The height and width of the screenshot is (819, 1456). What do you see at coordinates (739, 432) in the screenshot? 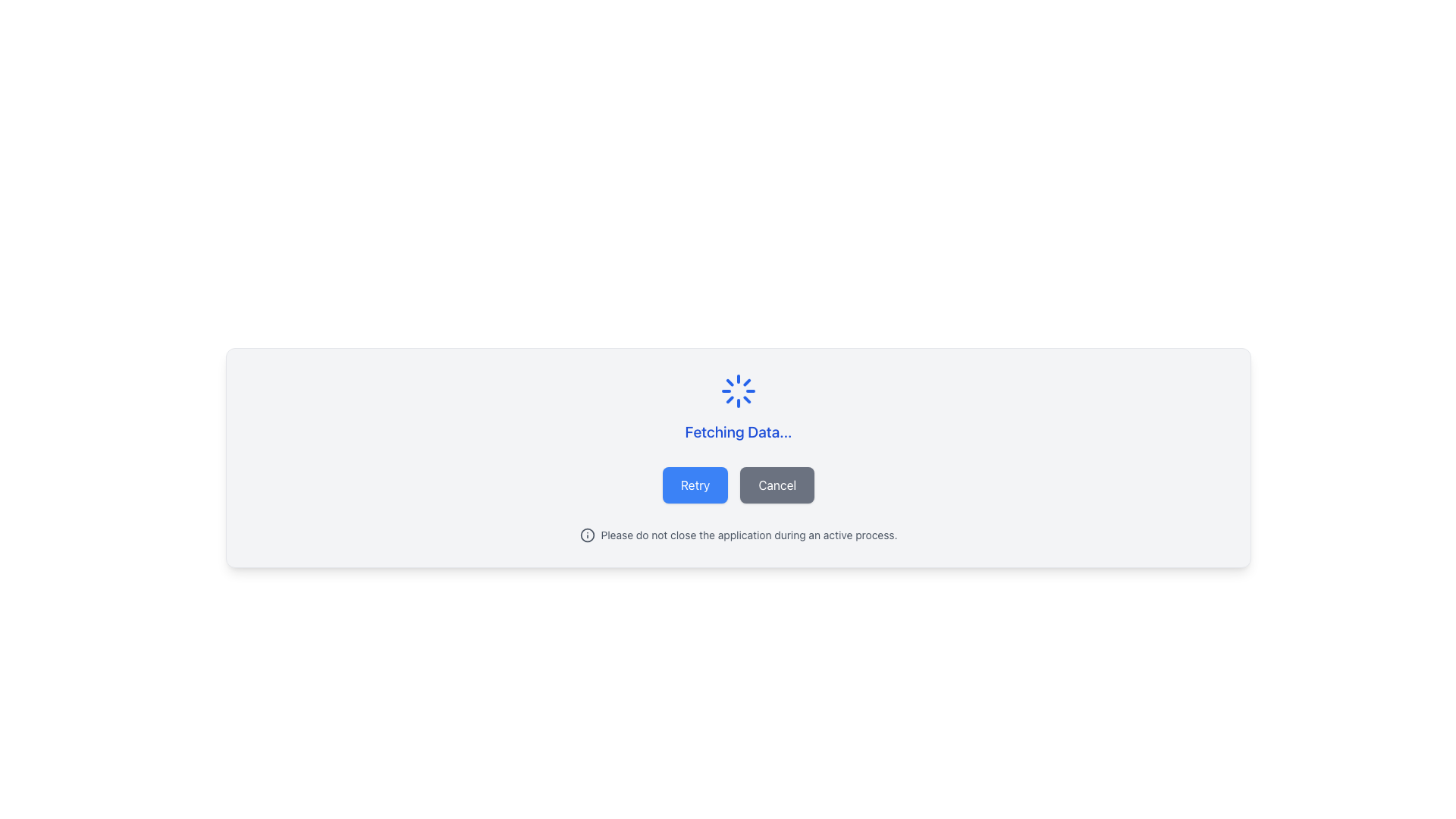
I see `the status message text label that indicates data is being fetched, located beneath the spinning loader icon and above the 'Retry' and 'Cancel' buttons` at bounding box center [739, 432].